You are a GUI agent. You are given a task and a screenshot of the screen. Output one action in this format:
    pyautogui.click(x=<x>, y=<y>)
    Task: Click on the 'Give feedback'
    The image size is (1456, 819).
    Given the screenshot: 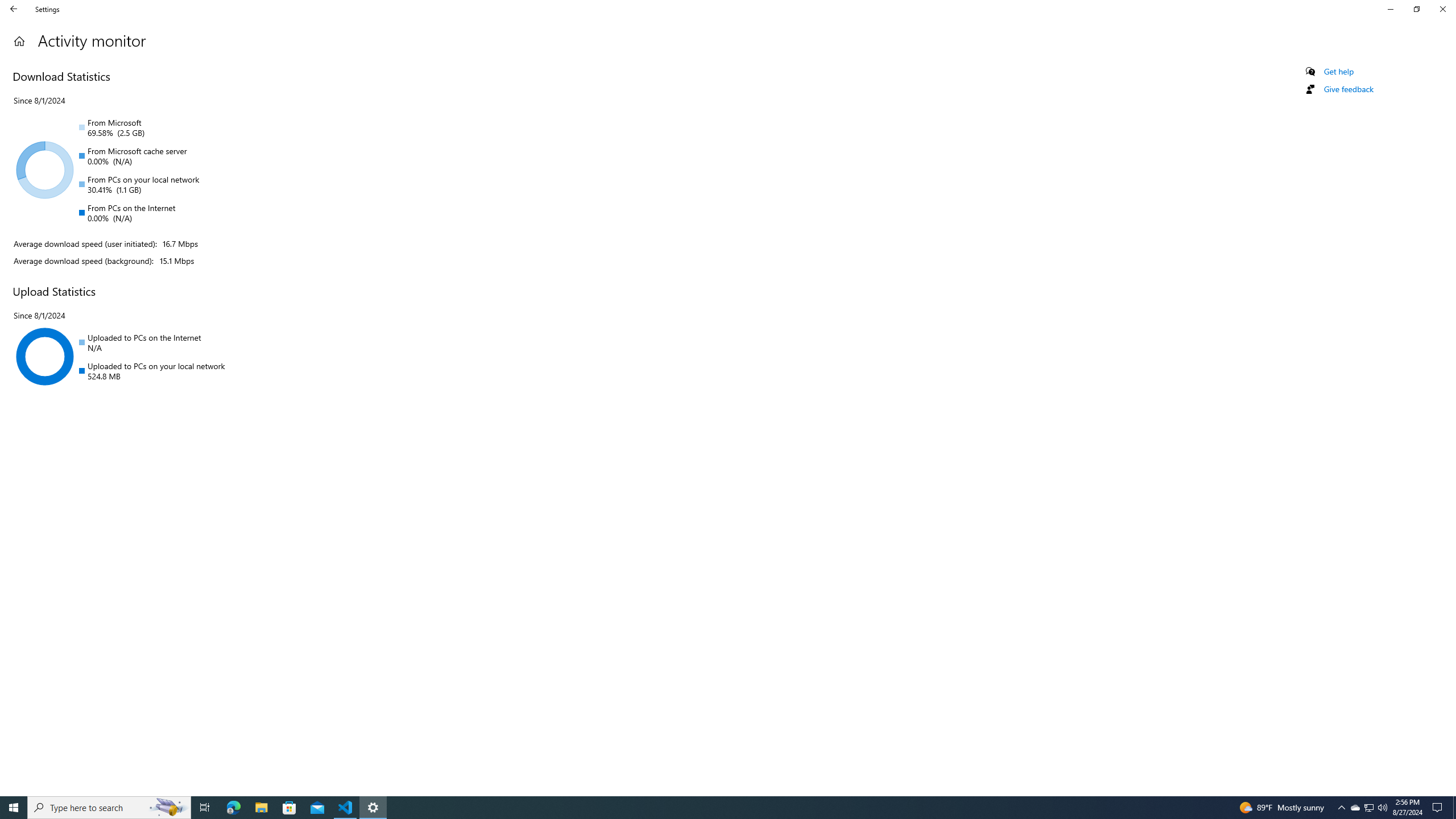 What is the action you would take?
    pyautogui.click(x=1347, y=89)
    